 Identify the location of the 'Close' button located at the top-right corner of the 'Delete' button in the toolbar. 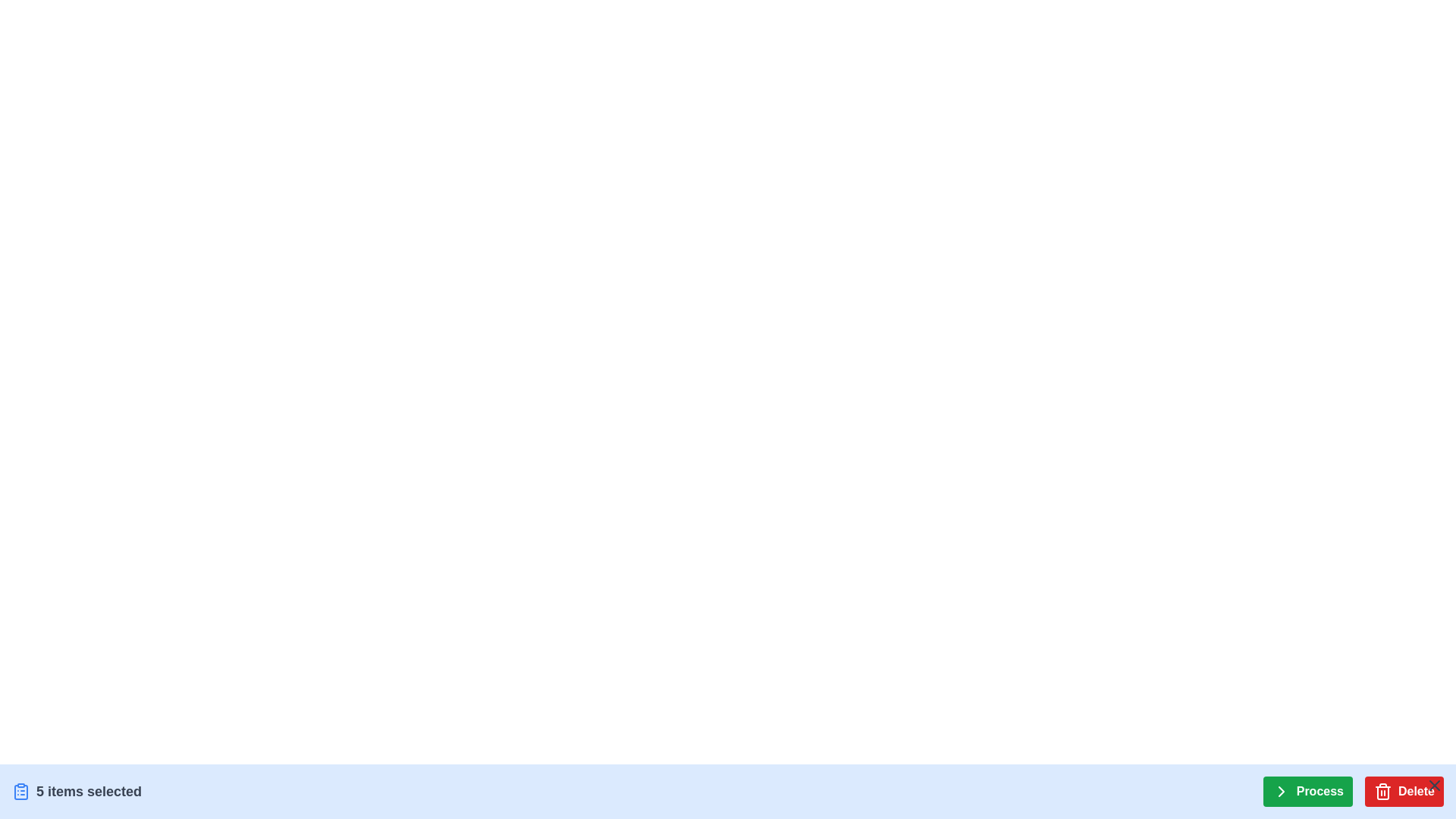
(1433, 785).